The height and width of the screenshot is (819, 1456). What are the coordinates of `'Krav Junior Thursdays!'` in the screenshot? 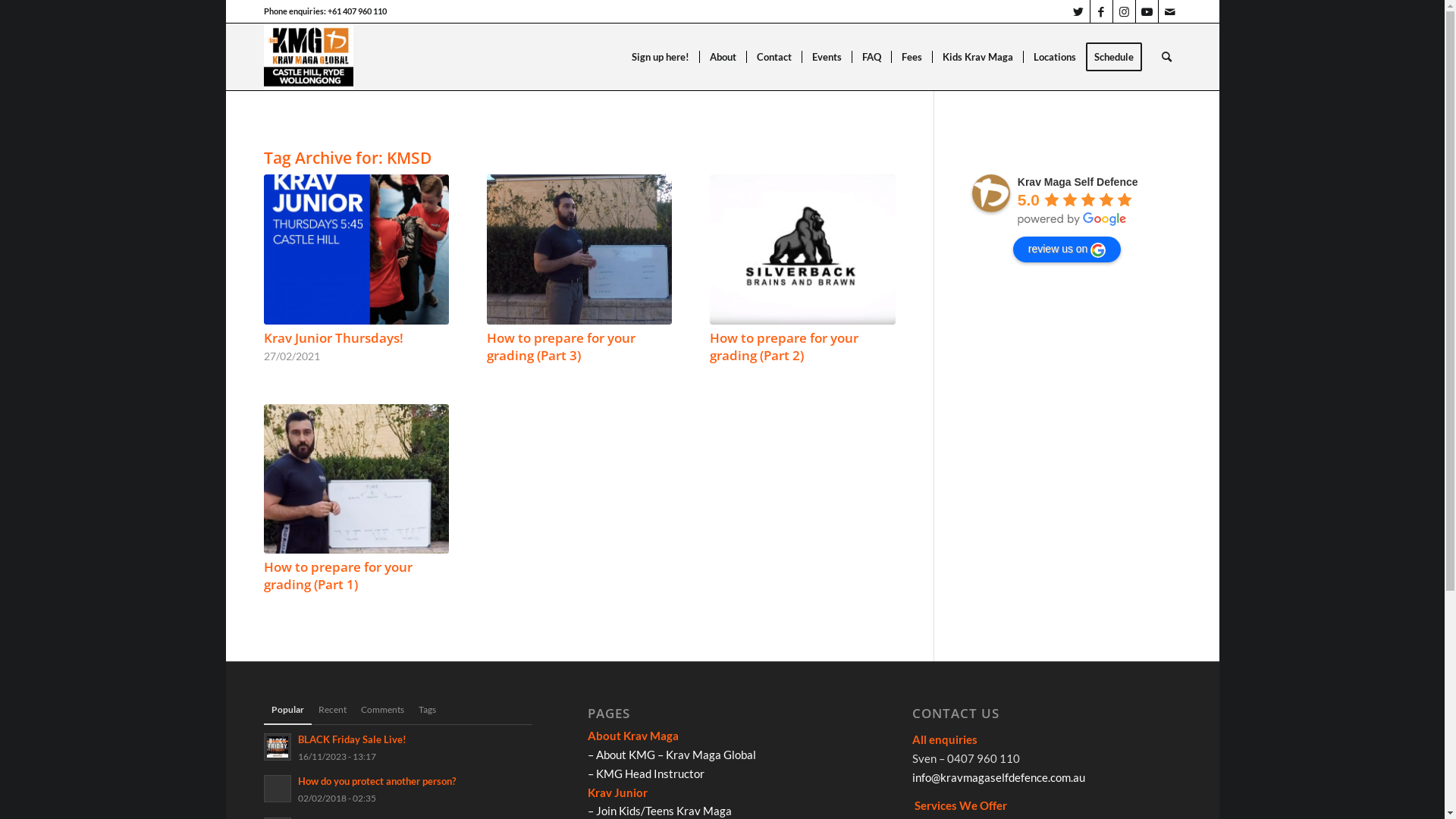 It's located at (356, 248).